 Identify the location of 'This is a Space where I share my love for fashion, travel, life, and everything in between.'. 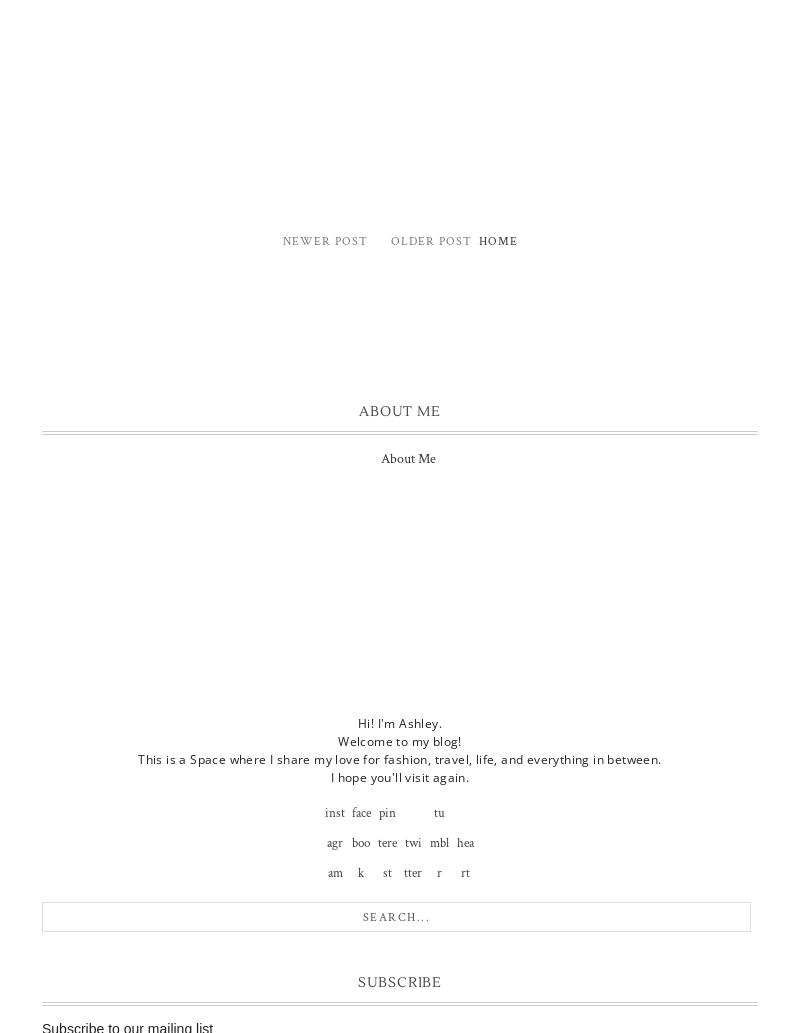
(138, 758).